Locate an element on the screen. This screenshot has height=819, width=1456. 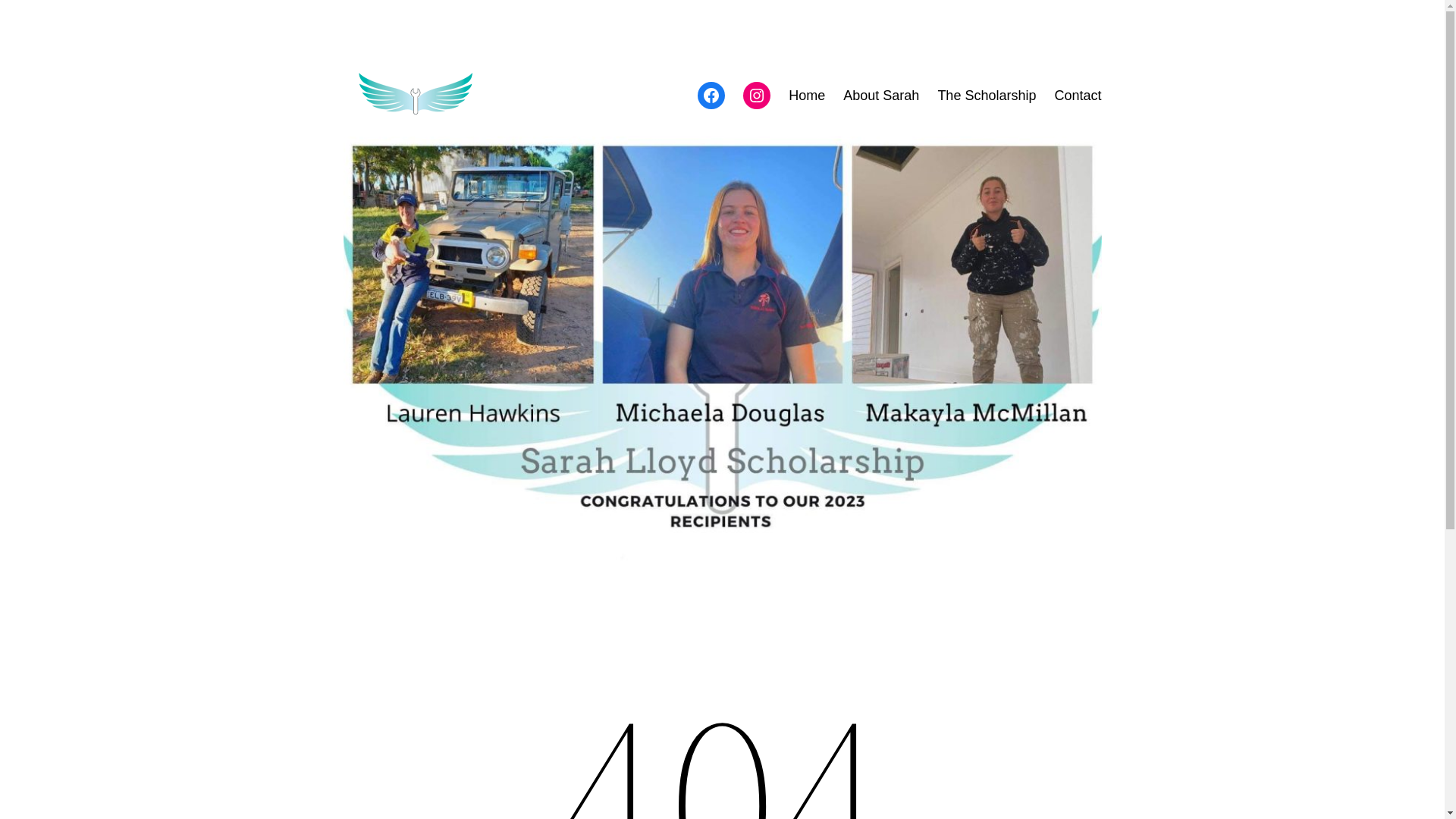
'About Sarah' is located at coordinates (843, 96).